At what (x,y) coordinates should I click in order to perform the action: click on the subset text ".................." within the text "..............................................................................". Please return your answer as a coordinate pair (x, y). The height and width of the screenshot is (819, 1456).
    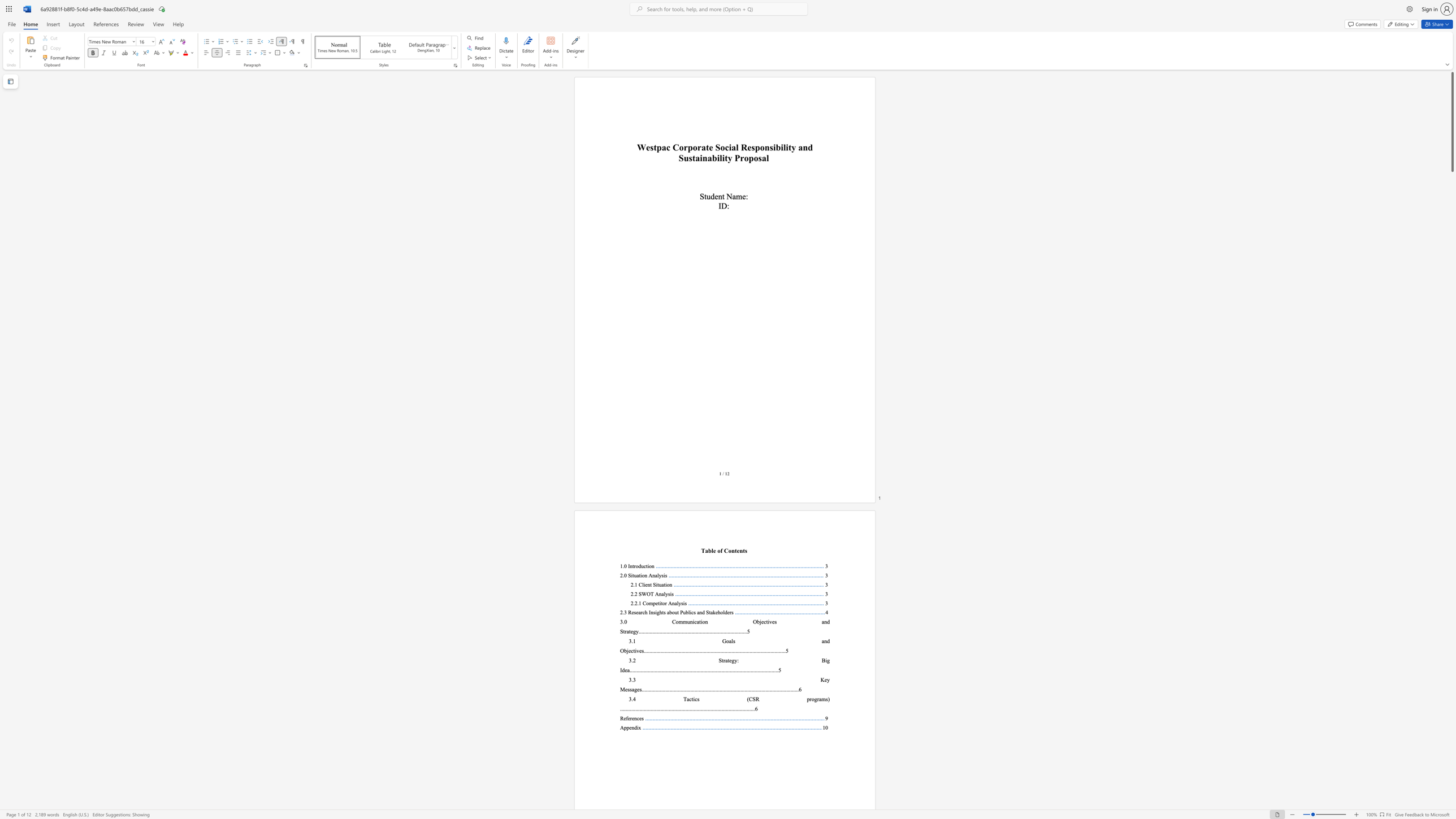
    Looking at the image, I should click on (723, 650).